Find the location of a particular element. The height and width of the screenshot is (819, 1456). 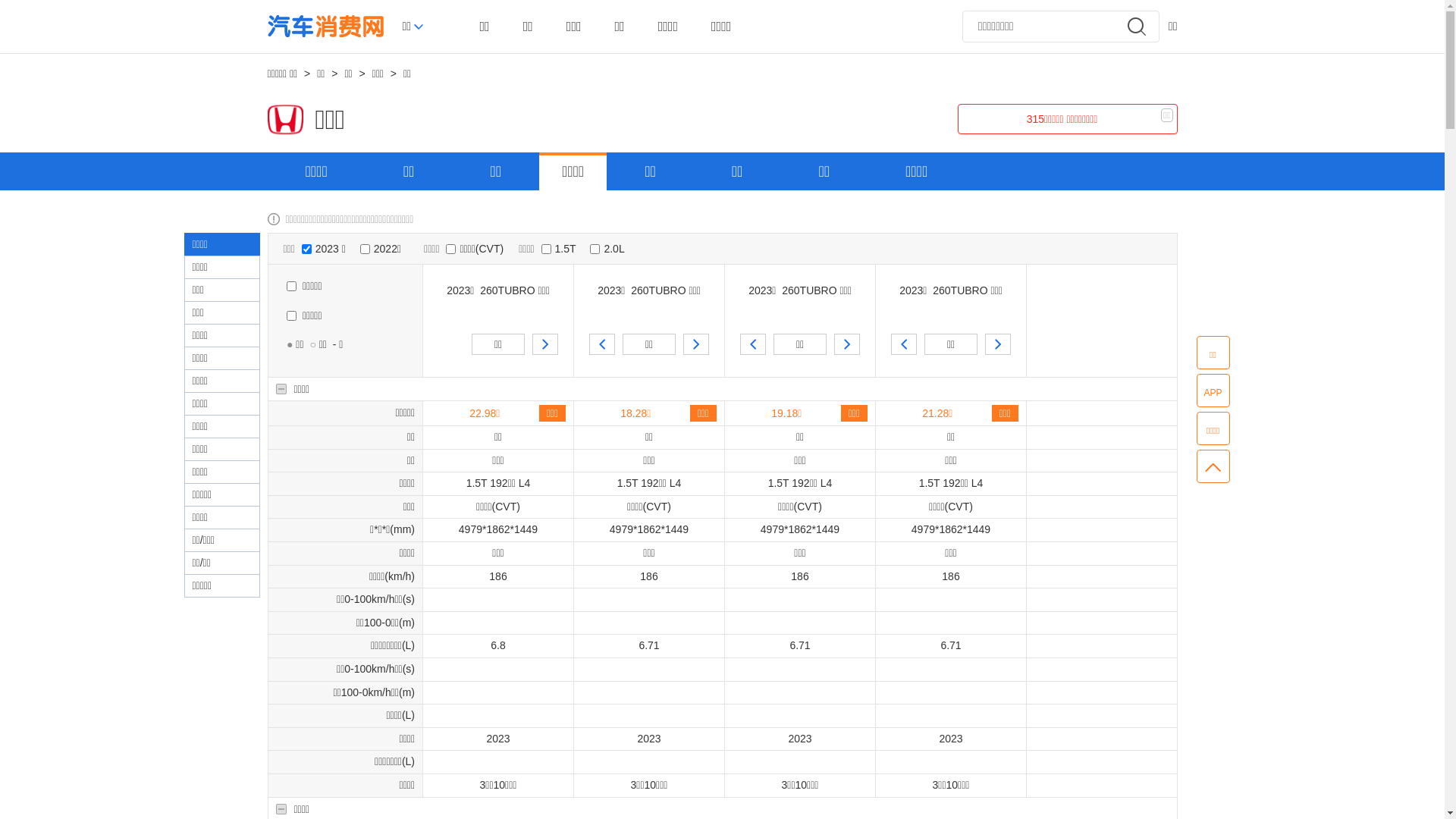

'APP' is located at coordinates (1212, 390).